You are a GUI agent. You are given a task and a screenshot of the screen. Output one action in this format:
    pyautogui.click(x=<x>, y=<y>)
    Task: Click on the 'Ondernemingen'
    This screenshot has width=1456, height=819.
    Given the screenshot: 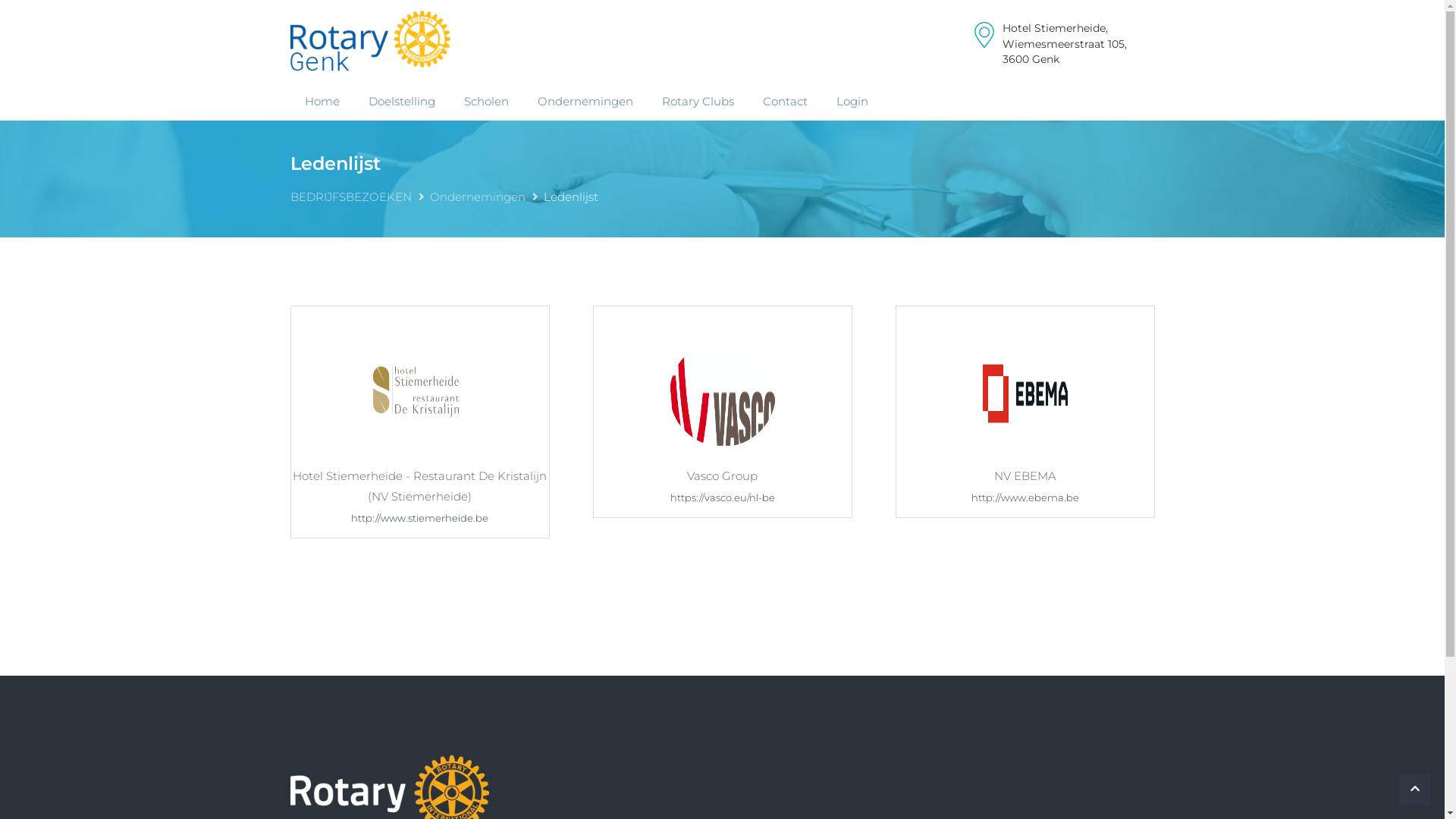 What is the action you would take?
    pyautogui.click(x=585, y=101)
    